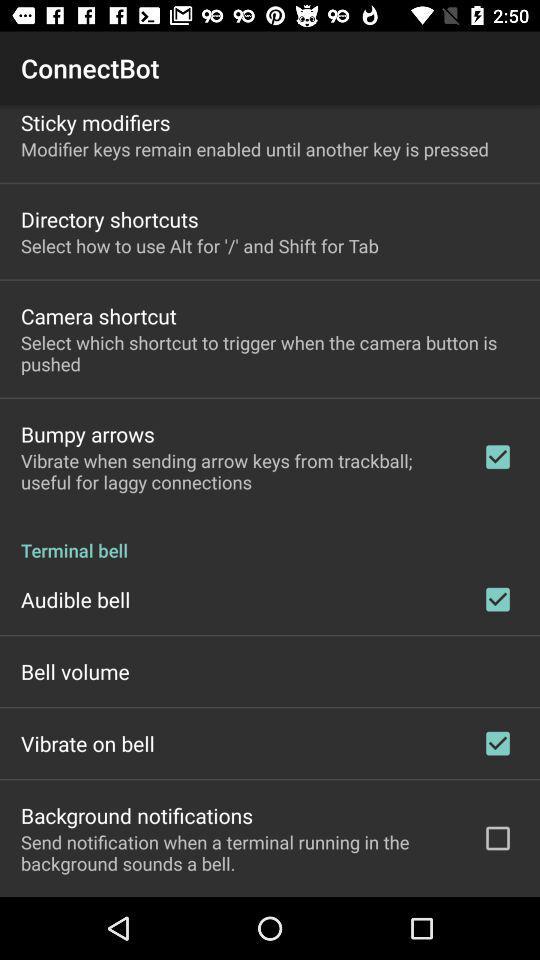  Describe the element at coordinates (74, 599) in the screenshot. I see `the audible bell app` at that location.